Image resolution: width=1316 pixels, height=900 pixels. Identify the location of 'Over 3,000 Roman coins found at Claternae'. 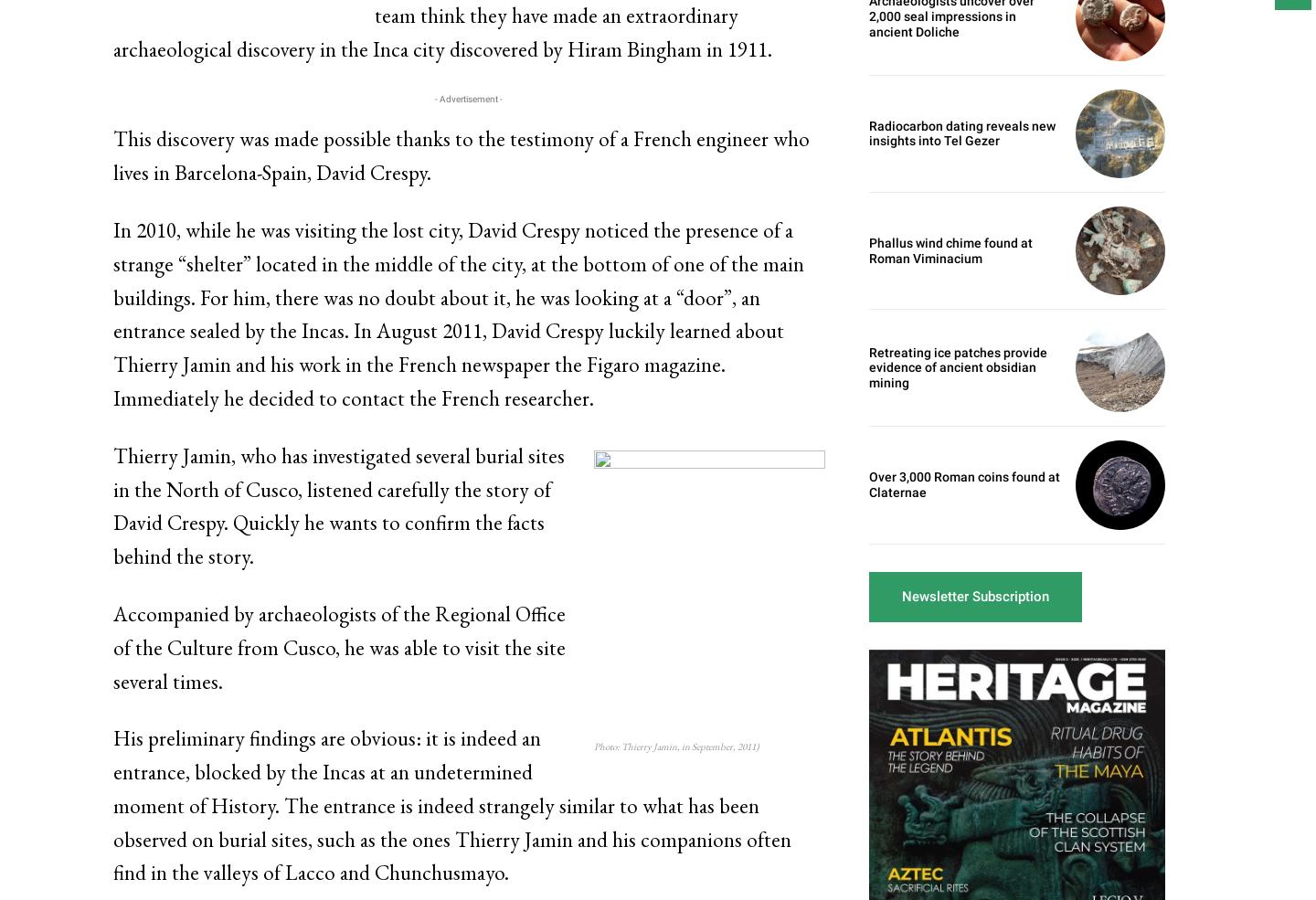
(963, 484).